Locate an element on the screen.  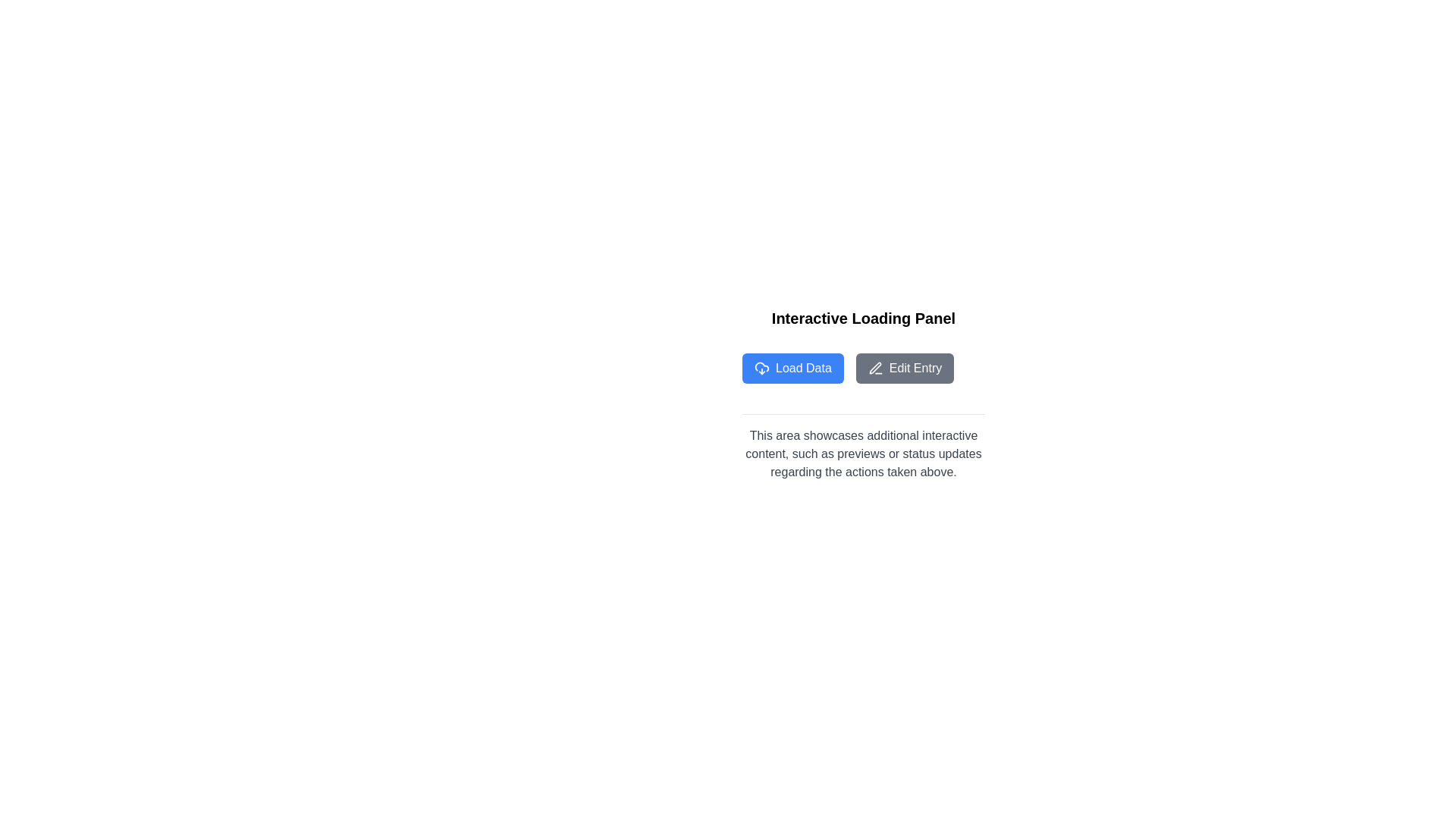
the cloud icon with a downward arrow in the blue button labeled 'Load Data' located in the top-left corner of the interactive panel is located at coordinates (761, 369).